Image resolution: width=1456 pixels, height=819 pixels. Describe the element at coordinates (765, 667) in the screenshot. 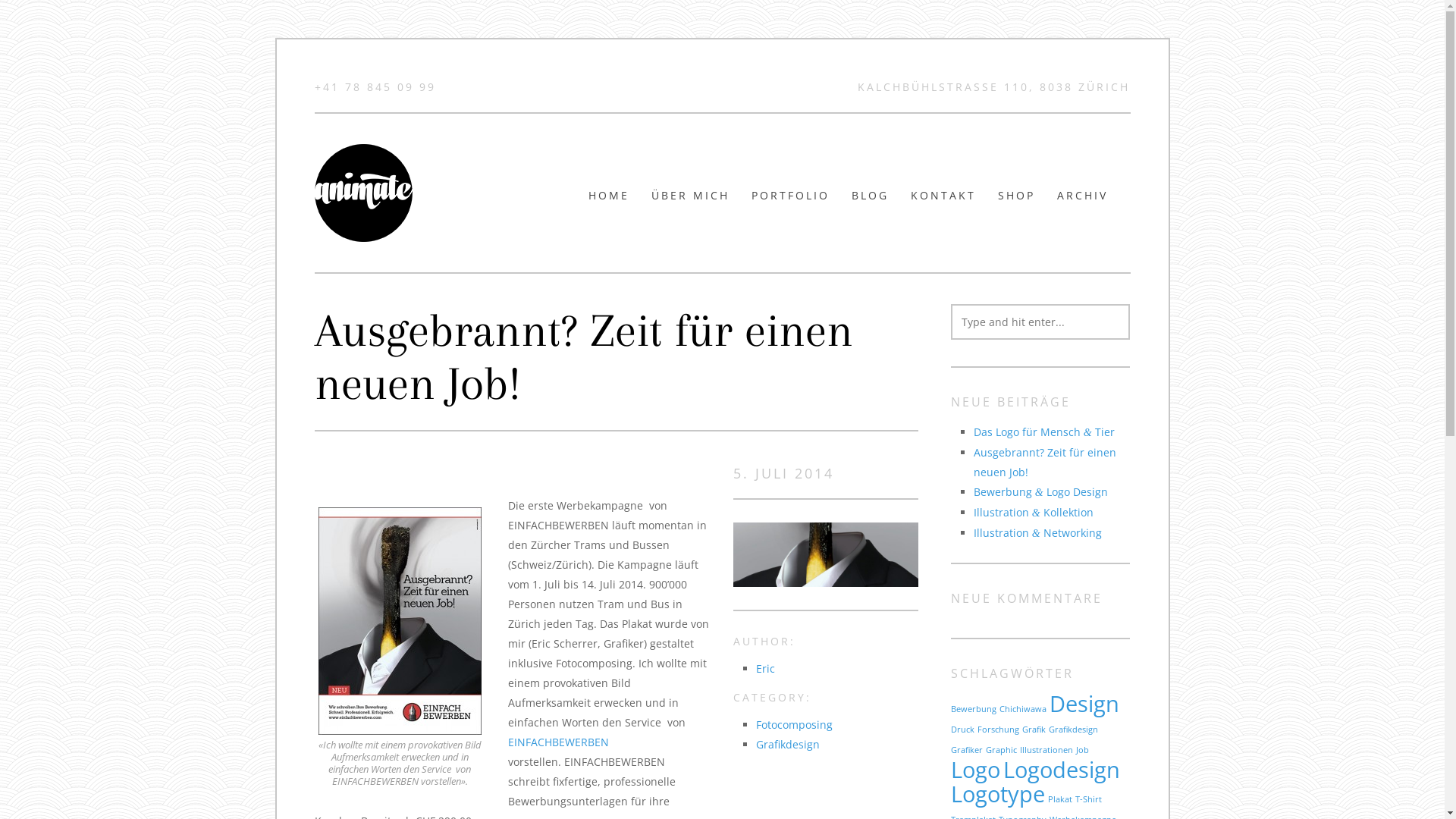

I see `'Eric'` at that location.